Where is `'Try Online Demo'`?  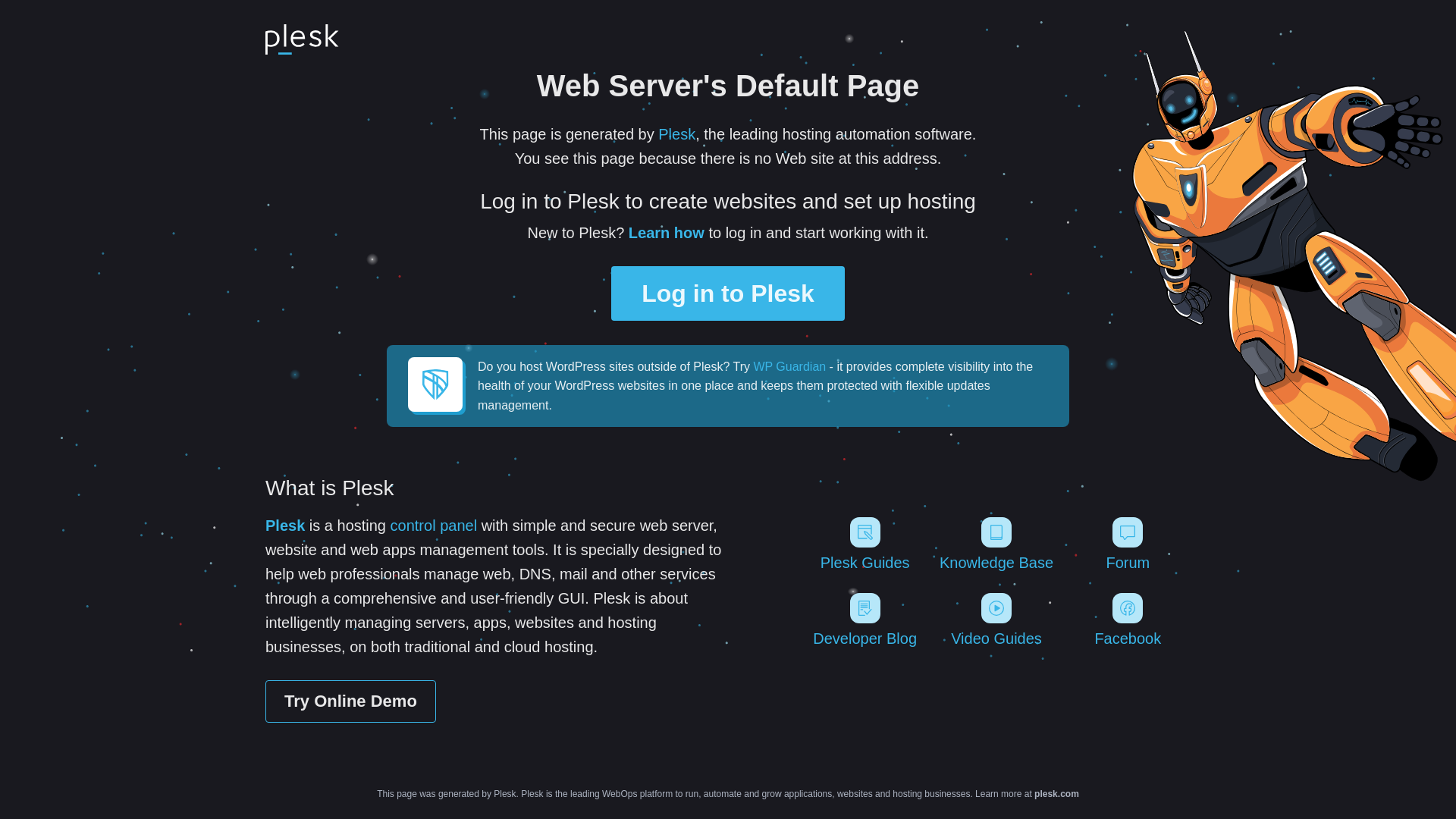 'Try Online Demo' is located at coordinates (350, 701).